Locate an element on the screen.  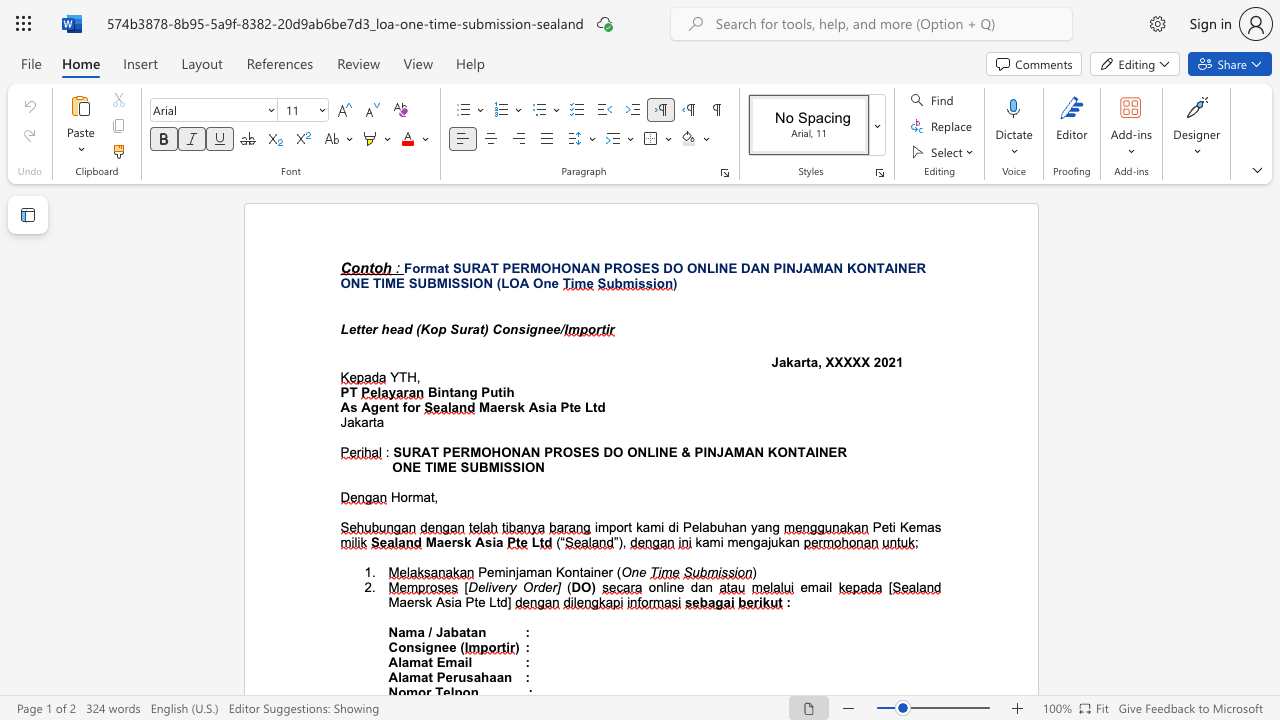
the space between the continuous character "T" and "I" in the text is located at coordinates (380, 283).